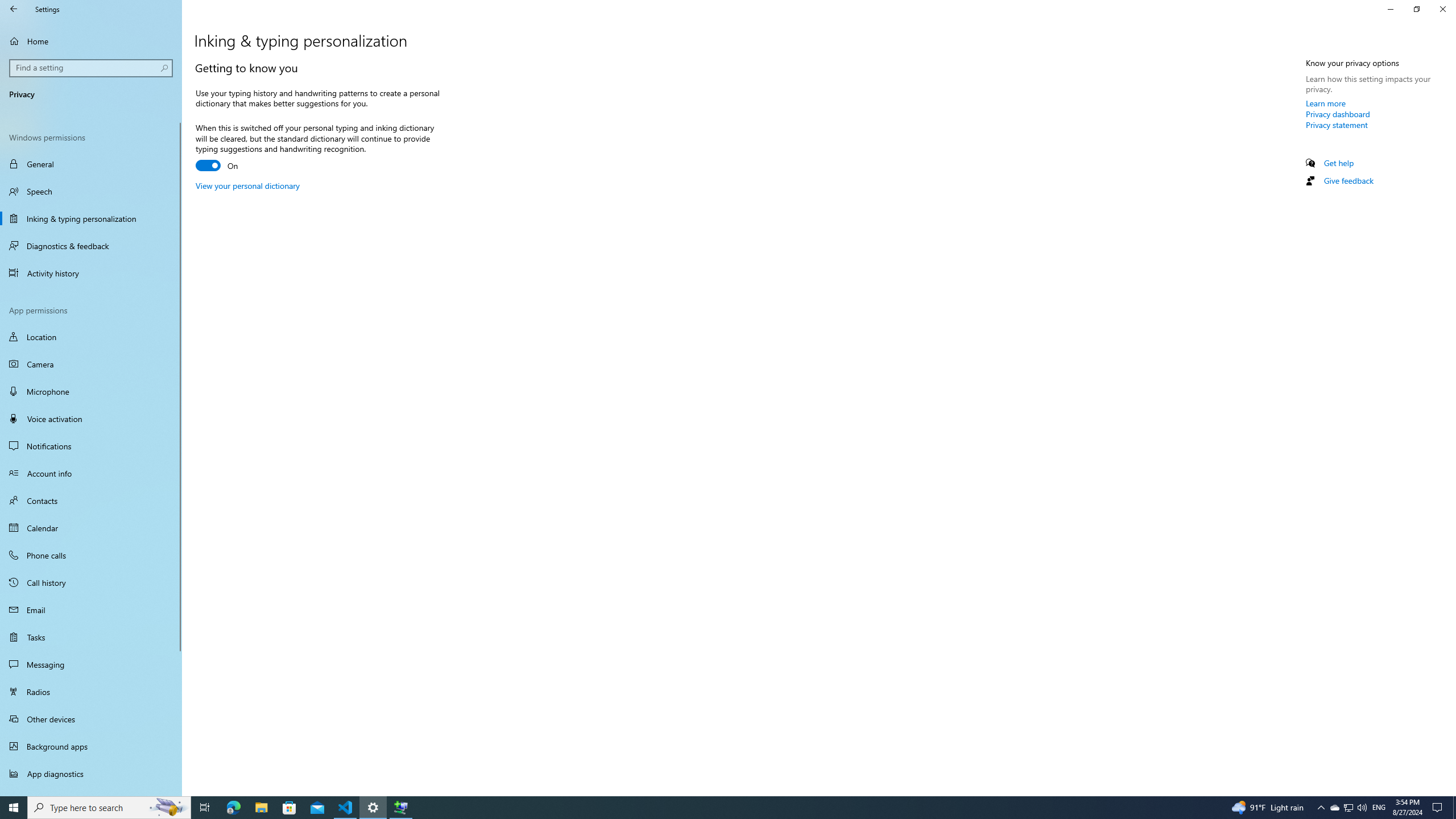  What do you see at coordinates (90, 191) in the screenshot?
I see `'Speech'` at bounding box center [90, 191].